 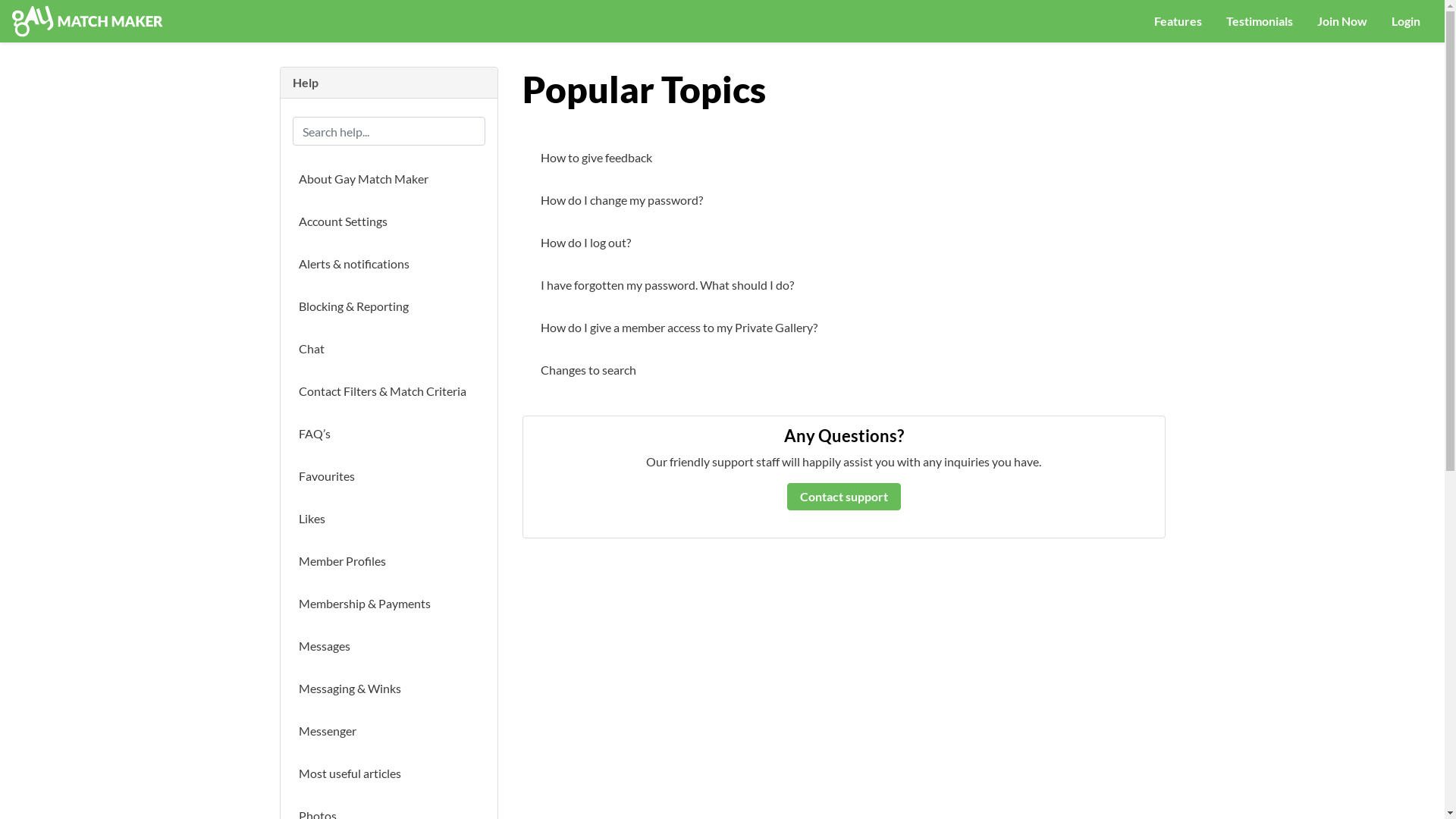 I want to click on 'Messaging & Winks', so click(x=389, y=688).